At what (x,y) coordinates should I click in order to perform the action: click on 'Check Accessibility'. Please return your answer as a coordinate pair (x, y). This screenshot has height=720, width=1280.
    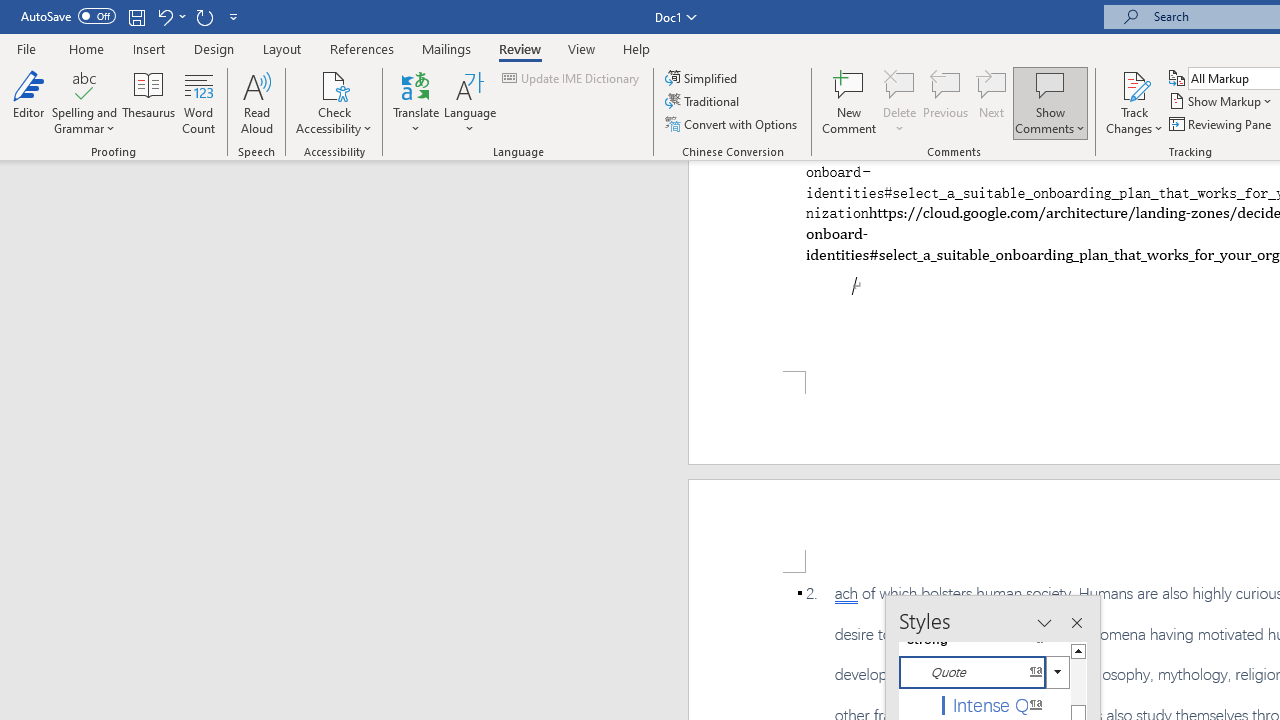
    Looking at the image, I should click on (334, 103).